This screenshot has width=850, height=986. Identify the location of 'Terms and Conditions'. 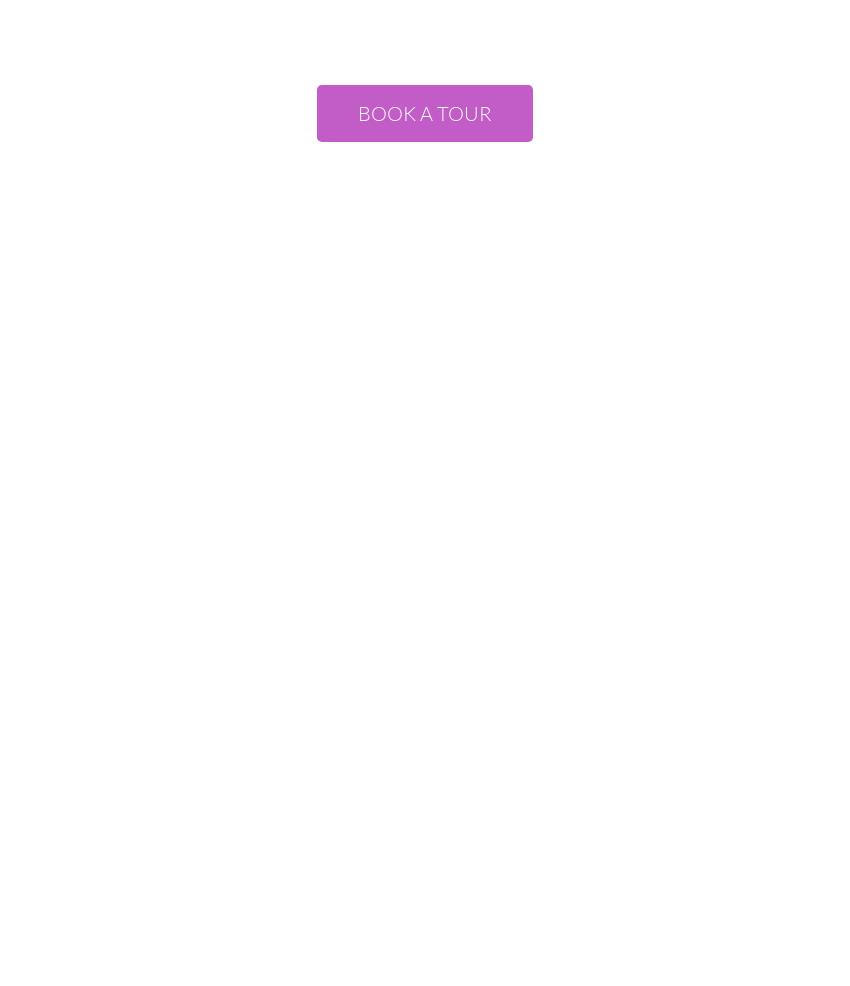
(351, 820).